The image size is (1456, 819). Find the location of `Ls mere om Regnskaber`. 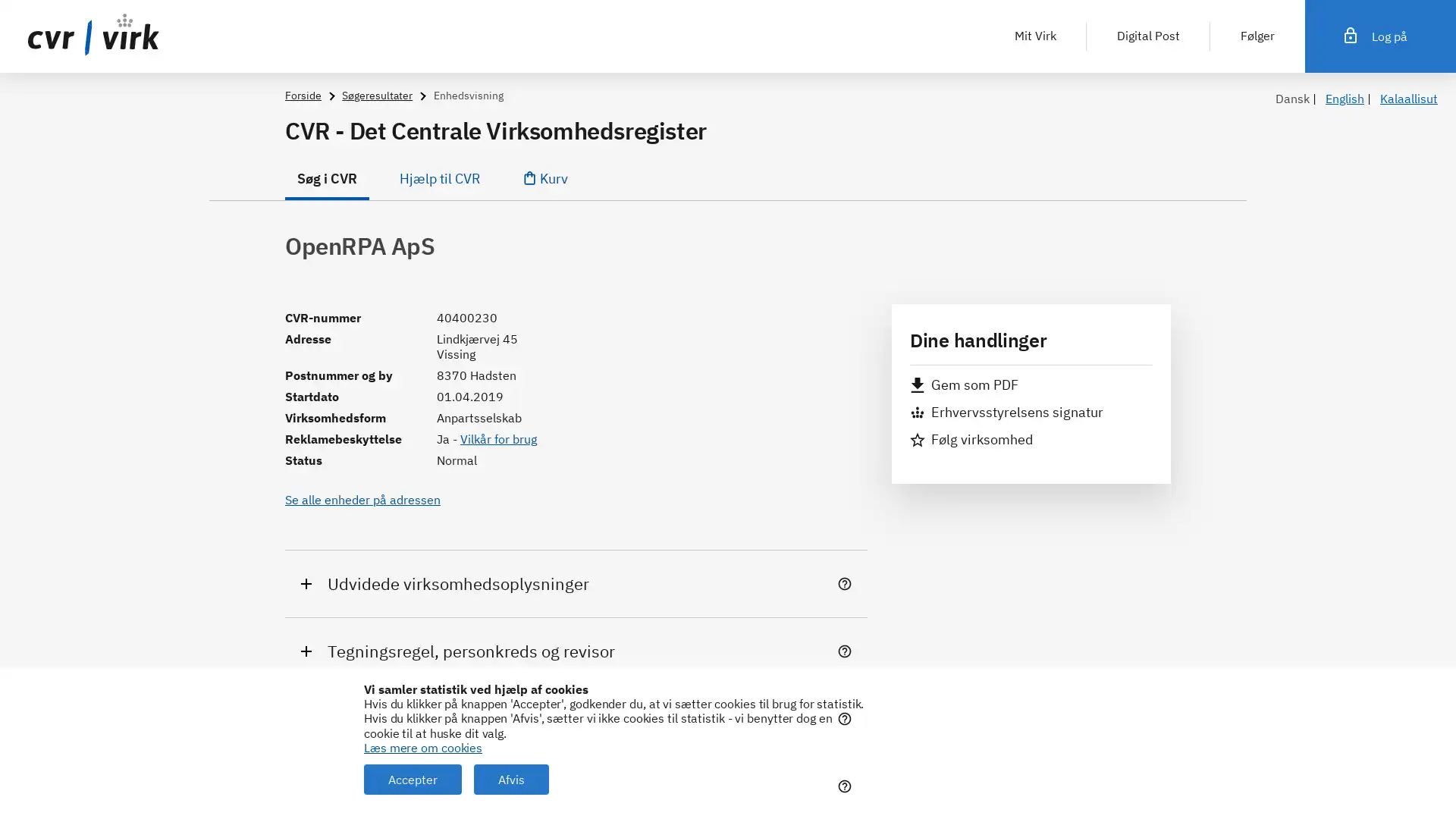

Ls mere om Regnskaber is located at coordinates (847, 786).